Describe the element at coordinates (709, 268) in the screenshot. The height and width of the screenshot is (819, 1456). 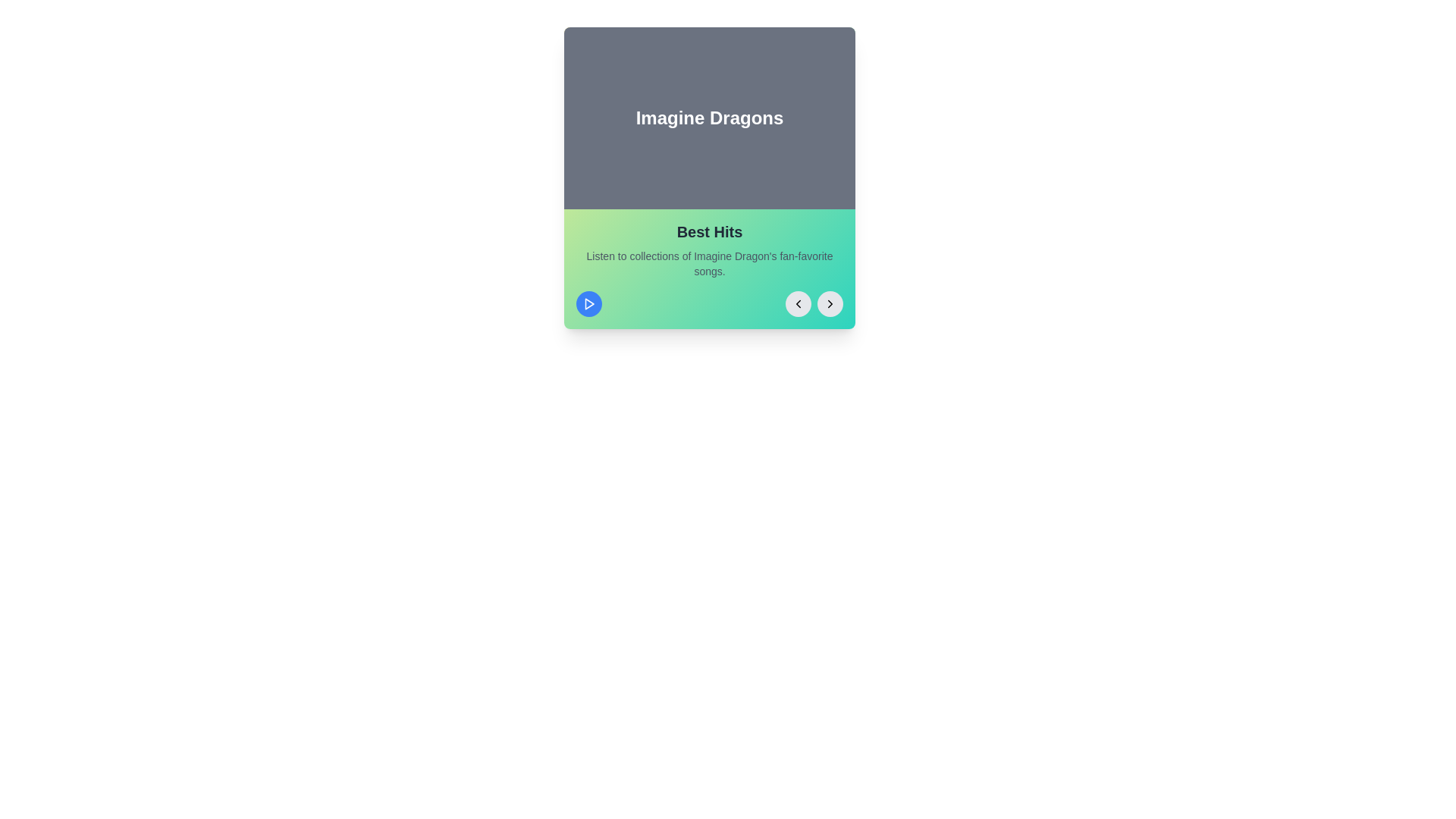
I see `the text block containing the title 'Best Hits' and the subtitle about Imagine Dragon's song collection, which is located at the bottom section of the card layout and has a gradient background` at that location.